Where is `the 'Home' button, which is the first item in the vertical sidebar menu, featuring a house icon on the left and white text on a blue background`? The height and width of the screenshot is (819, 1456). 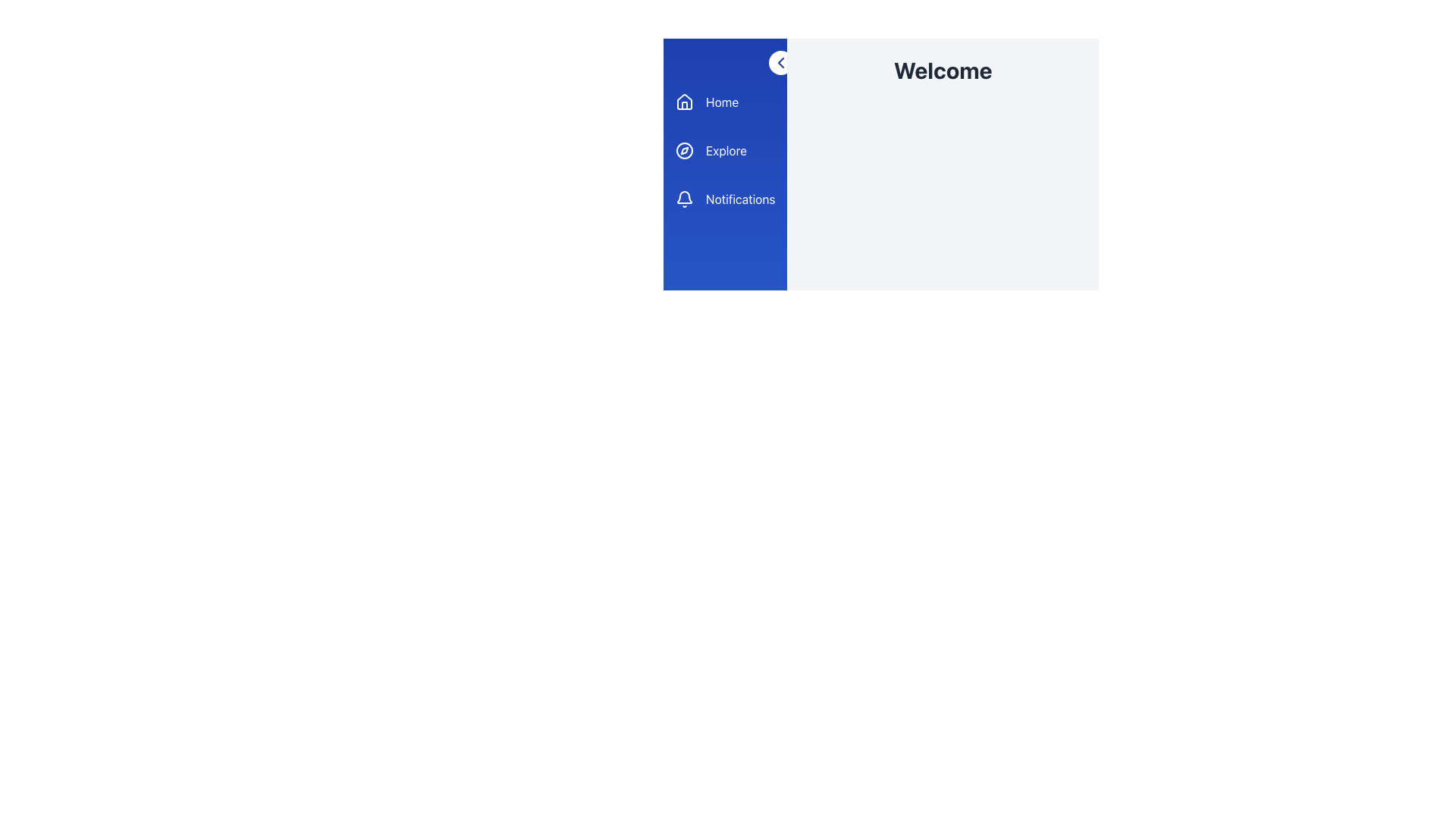
the 'Home' button, which is the first item in the vertical sidebar menu, featuring a house icon on the left and white text on a blue background is located at coordinates (706, 102).